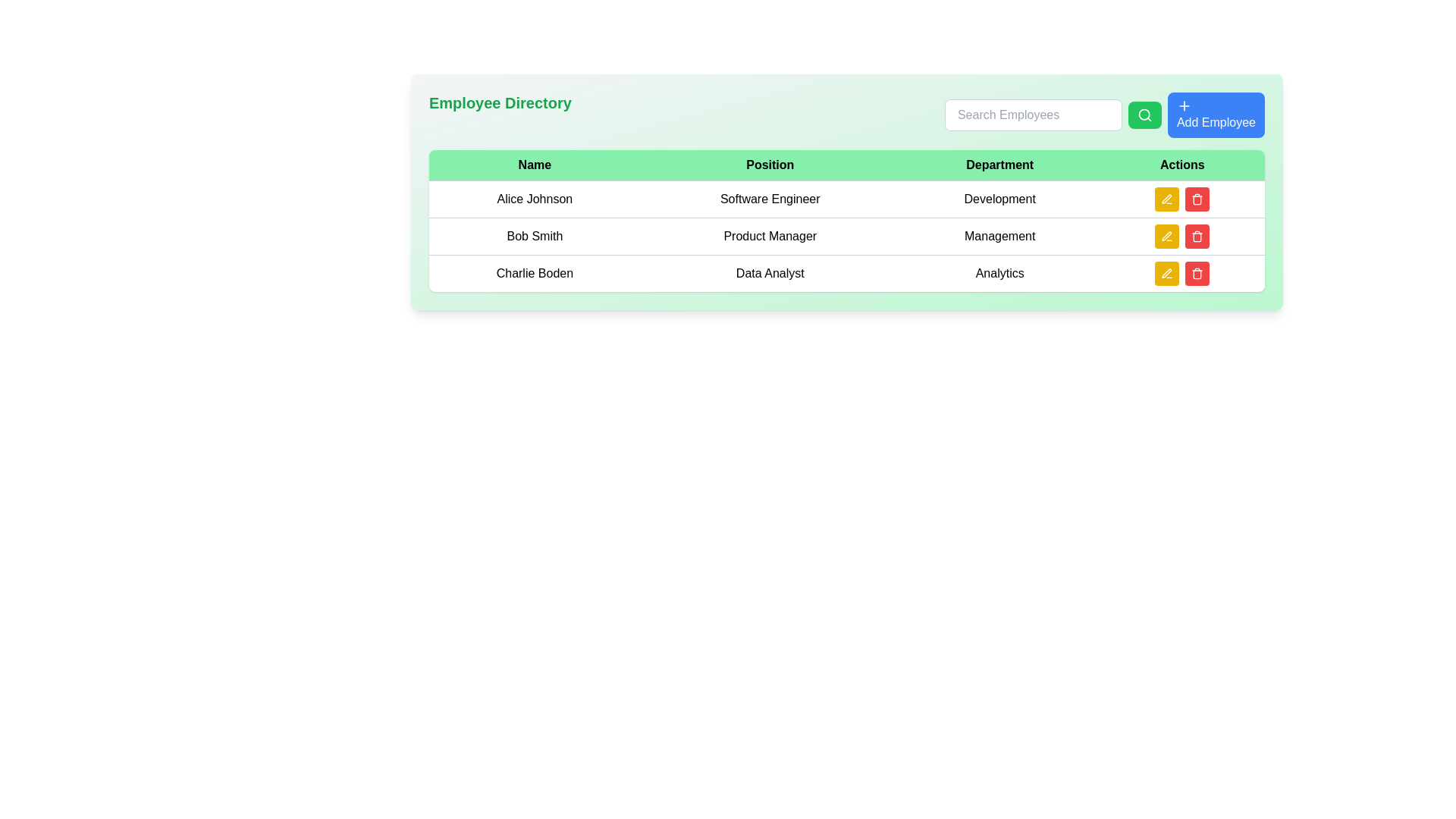  What do you see at coordinates (535, 273) in the screenshot?
I see `the static text label displaying 'Charlie Boden' in the third row of the table under the 'Name' column` at bounding box center [535, 273].